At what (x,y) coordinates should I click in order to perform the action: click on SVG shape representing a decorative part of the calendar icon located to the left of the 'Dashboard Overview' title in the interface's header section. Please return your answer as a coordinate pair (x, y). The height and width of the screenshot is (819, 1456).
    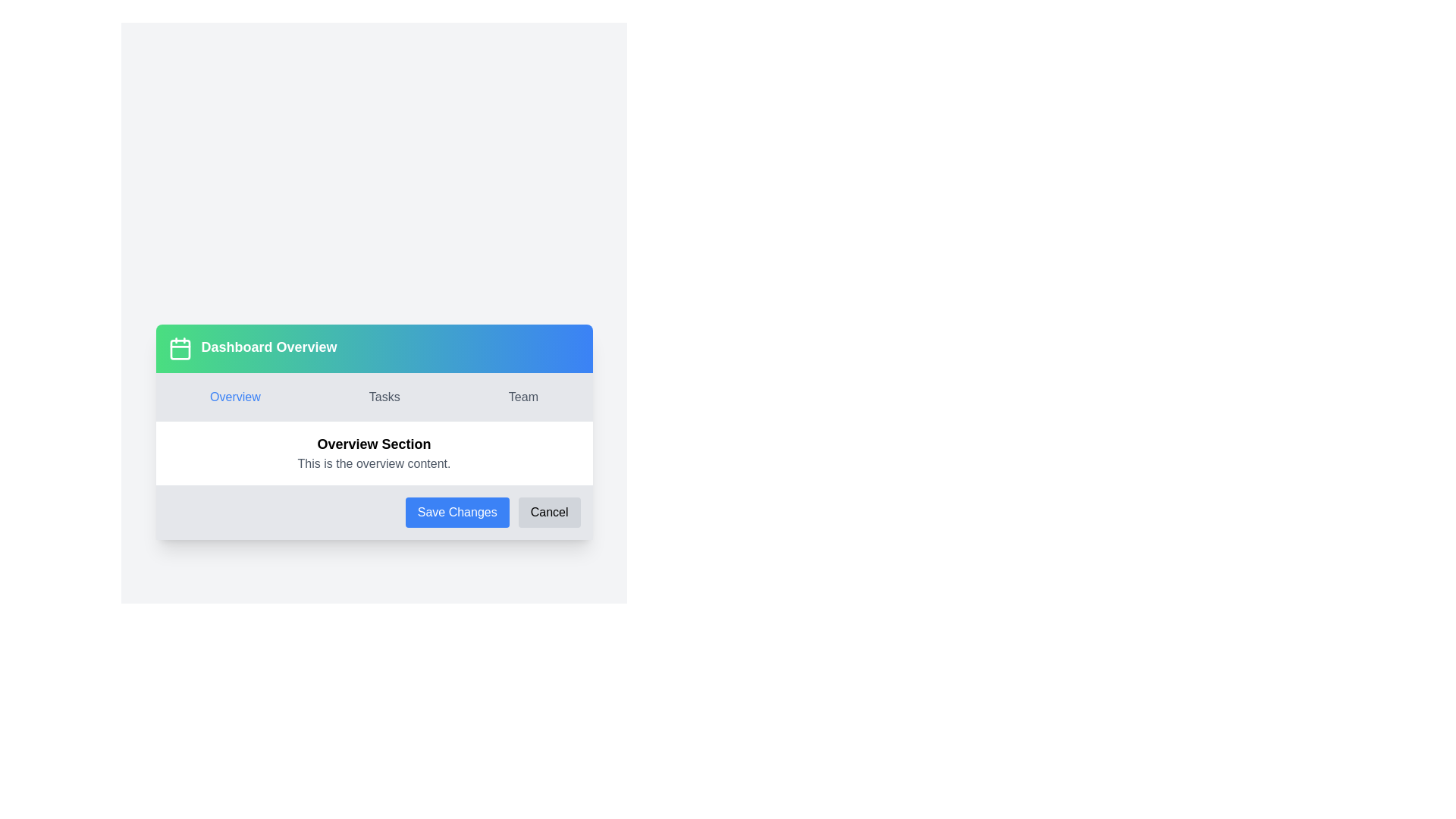
    Looking at the image, I should click on (180, 350).